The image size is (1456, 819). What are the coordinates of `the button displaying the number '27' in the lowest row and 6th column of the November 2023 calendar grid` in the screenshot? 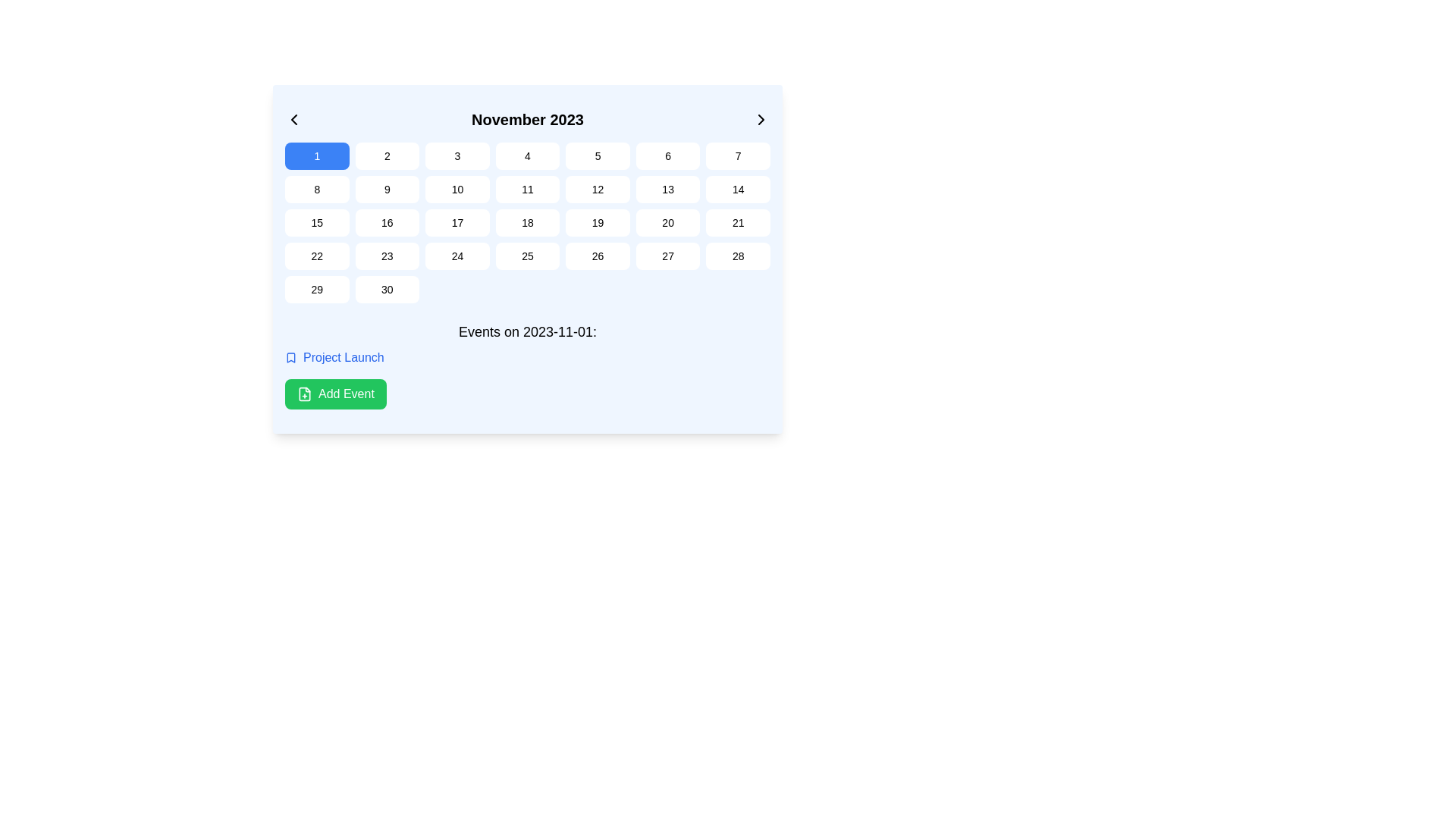 It's located at (667, 256).